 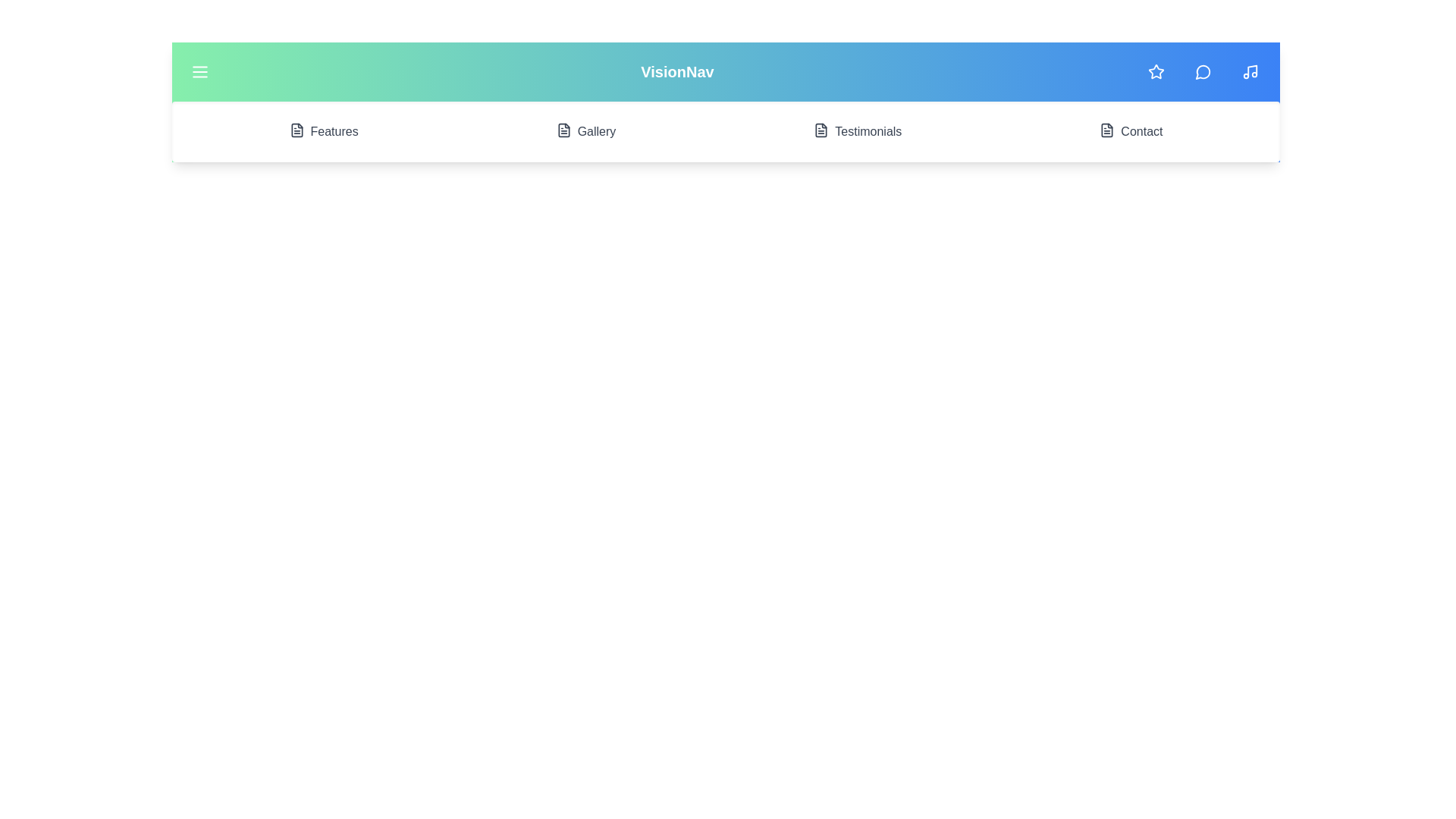 What do you see at coordinates (1250, 72) in the screenshot?
I see `the Music icon in the navigation bar` at bounding box center [1250, 72].